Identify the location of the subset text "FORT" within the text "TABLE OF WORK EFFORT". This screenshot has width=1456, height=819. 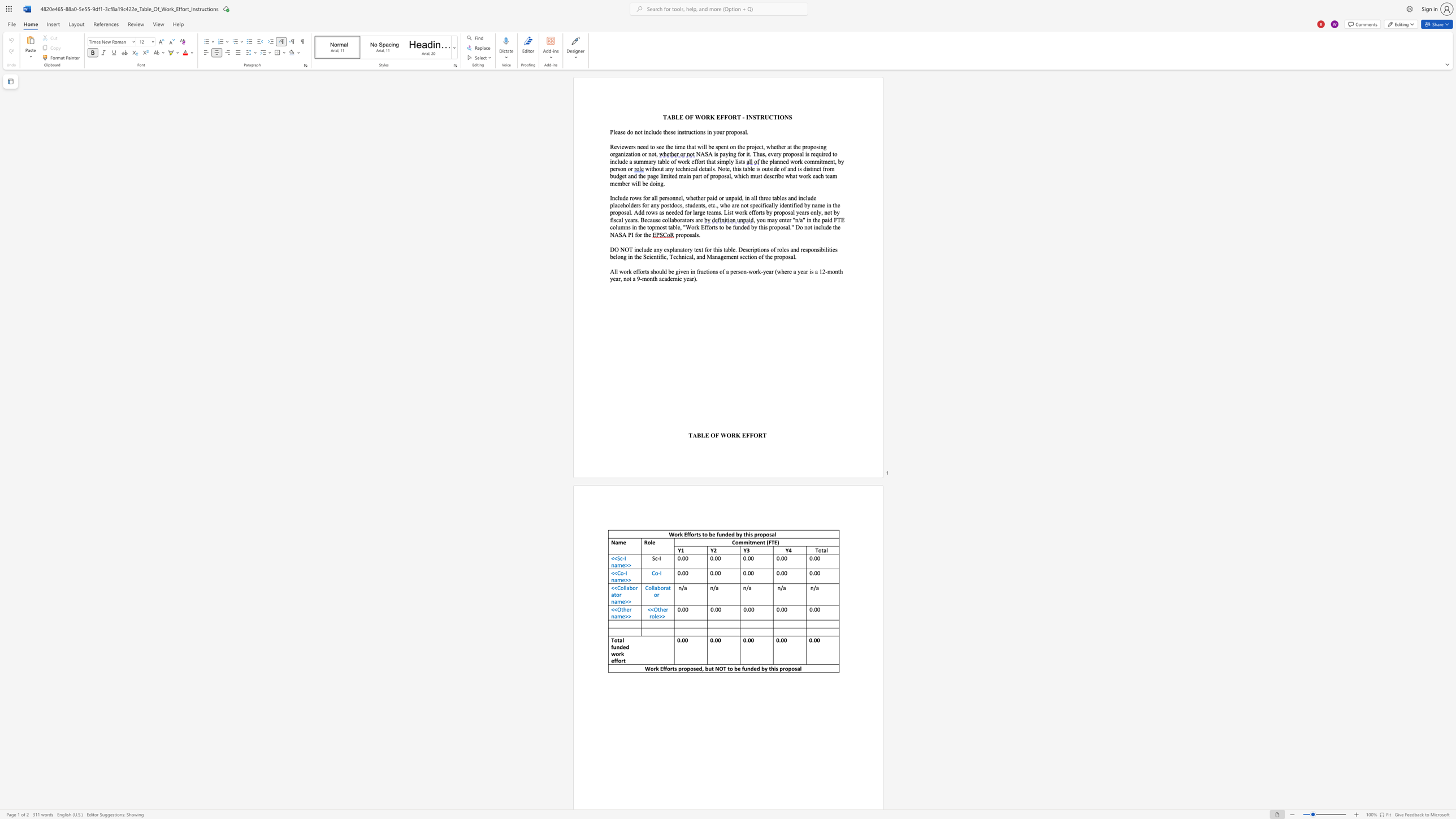
(749, 435).